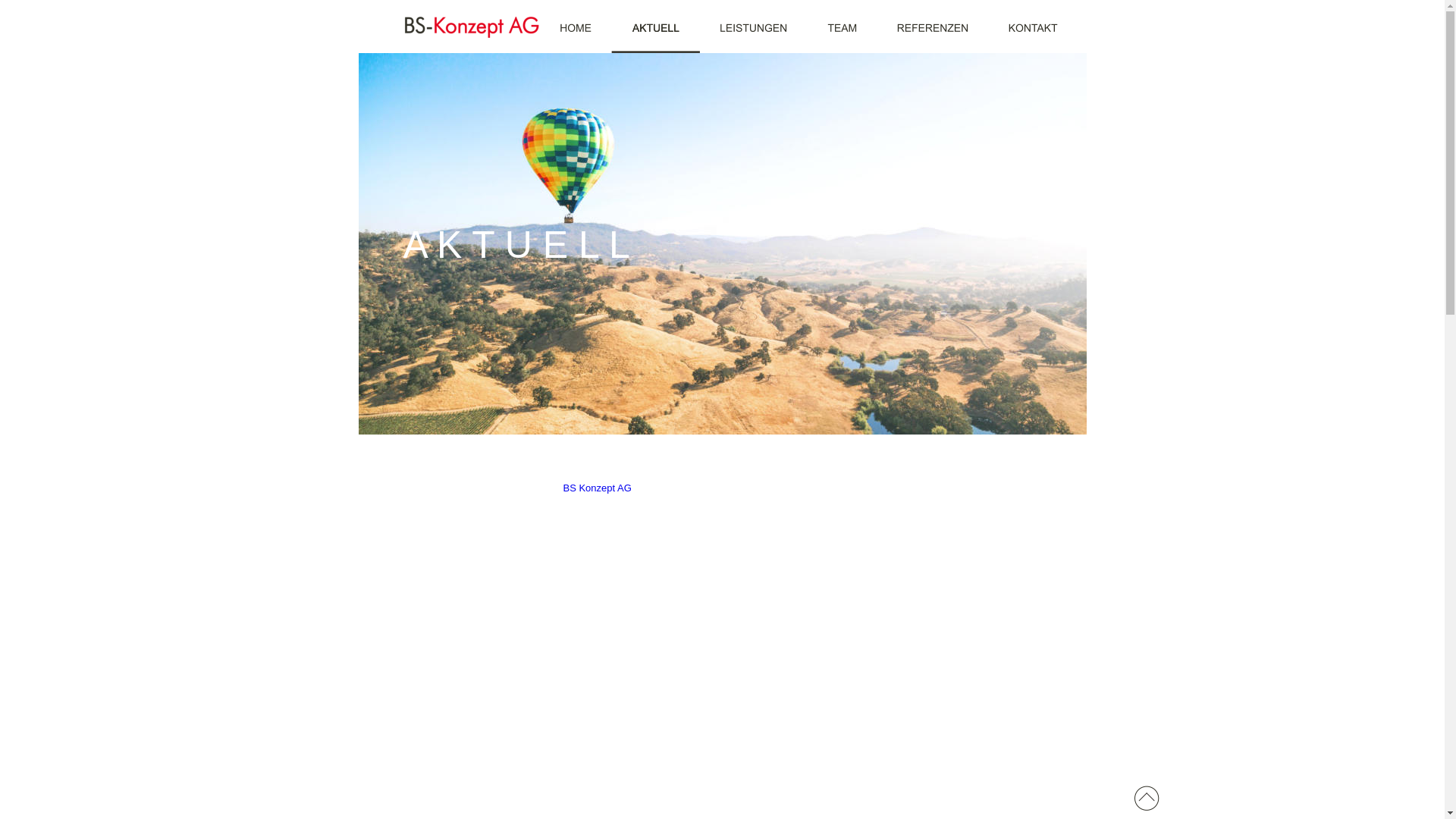 The width and height of the screenshot is (1456, 819). I want to click on 'BS Konzept AG', so click(596, 488).